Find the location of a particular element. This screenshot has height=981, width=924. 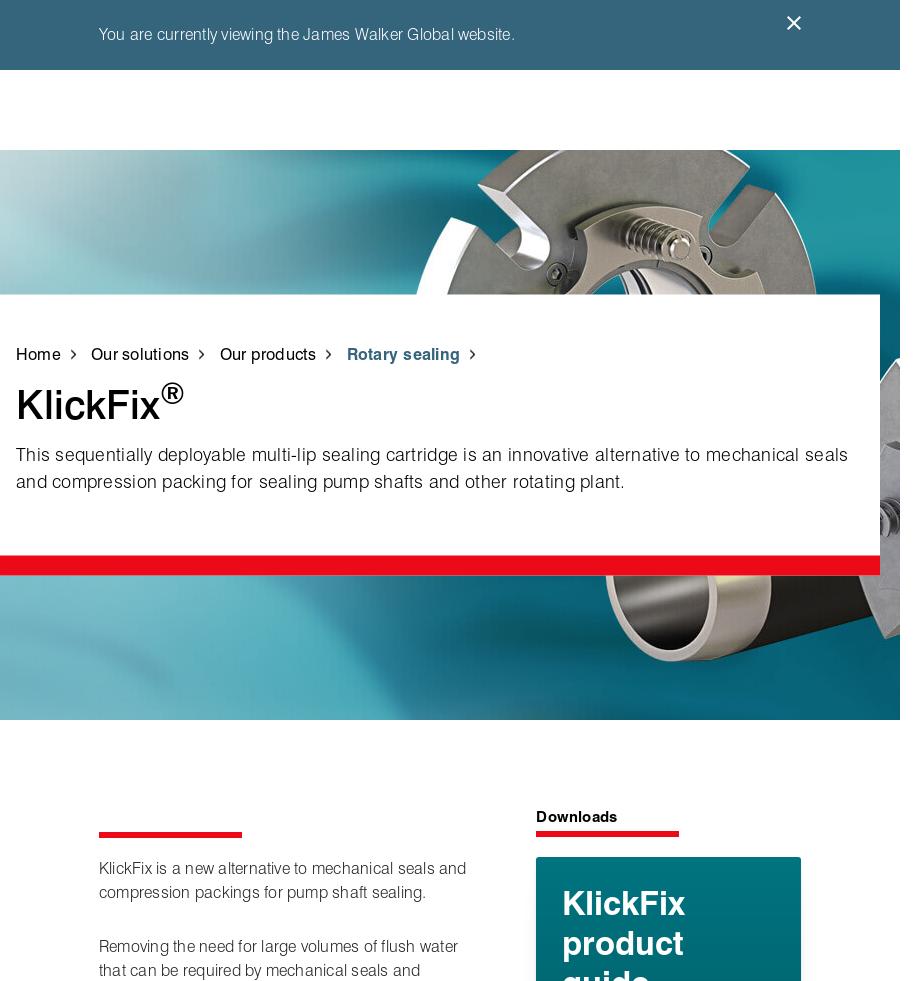

'KlickFix cartridge seal' is located at coordinates (239, 258).